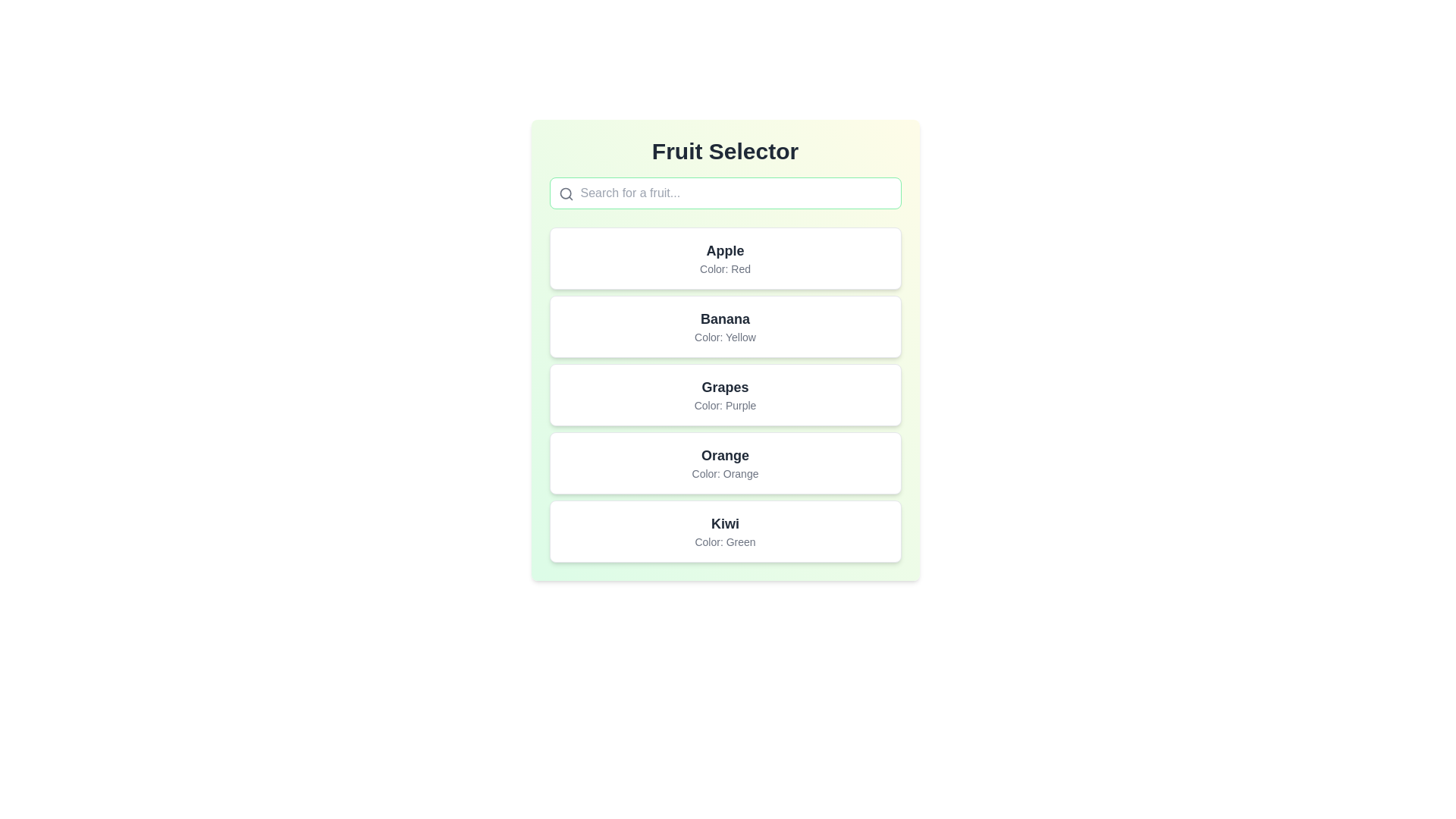  Describe the element at coordinates (724, 268) in the screenshot. I see `and interpret the content of the Text label that describes the color associated with the 'Apple' entry, which is positioned directly below the title 'Apple'` at that location.